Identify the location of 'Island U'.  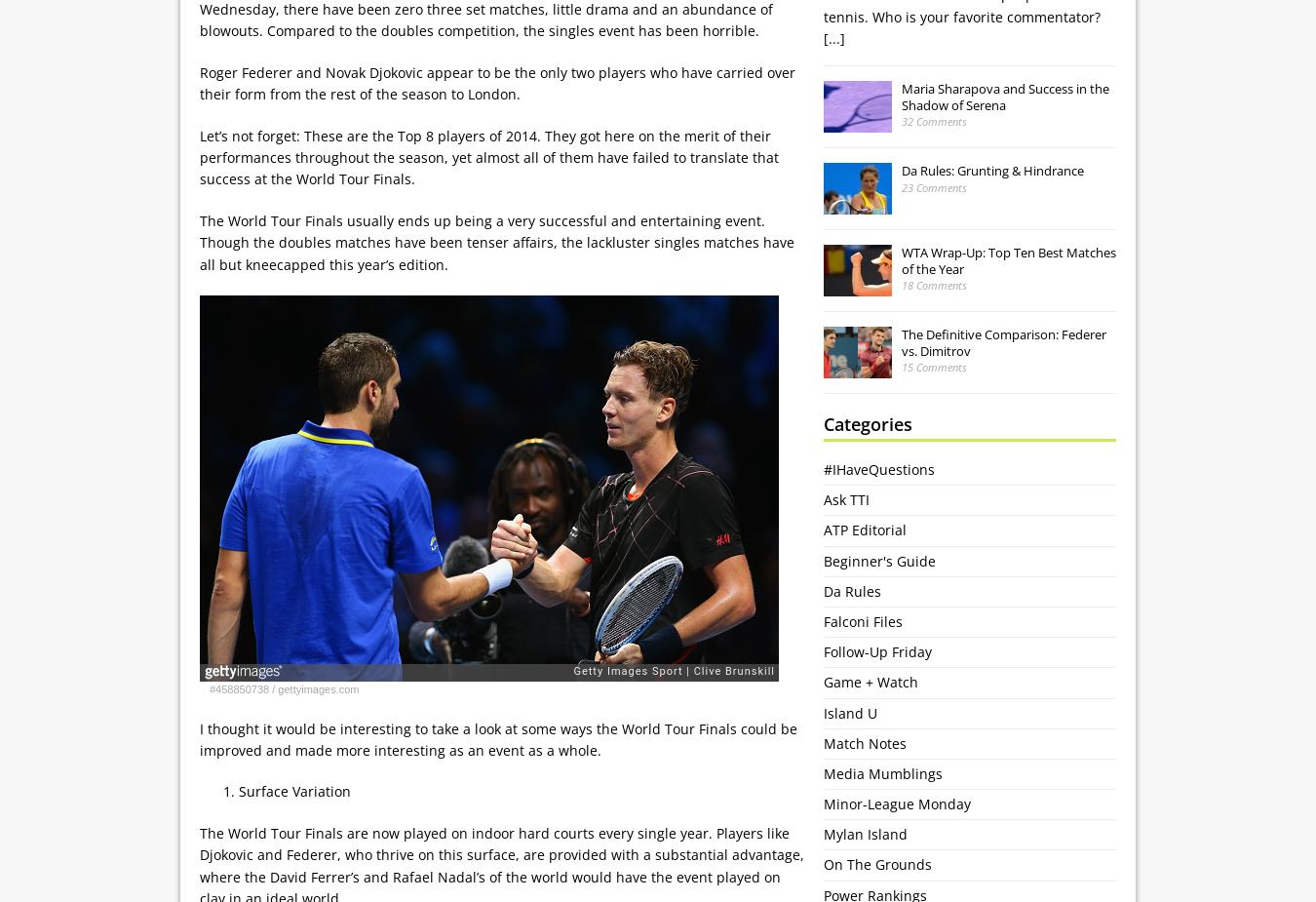
(850, 712).